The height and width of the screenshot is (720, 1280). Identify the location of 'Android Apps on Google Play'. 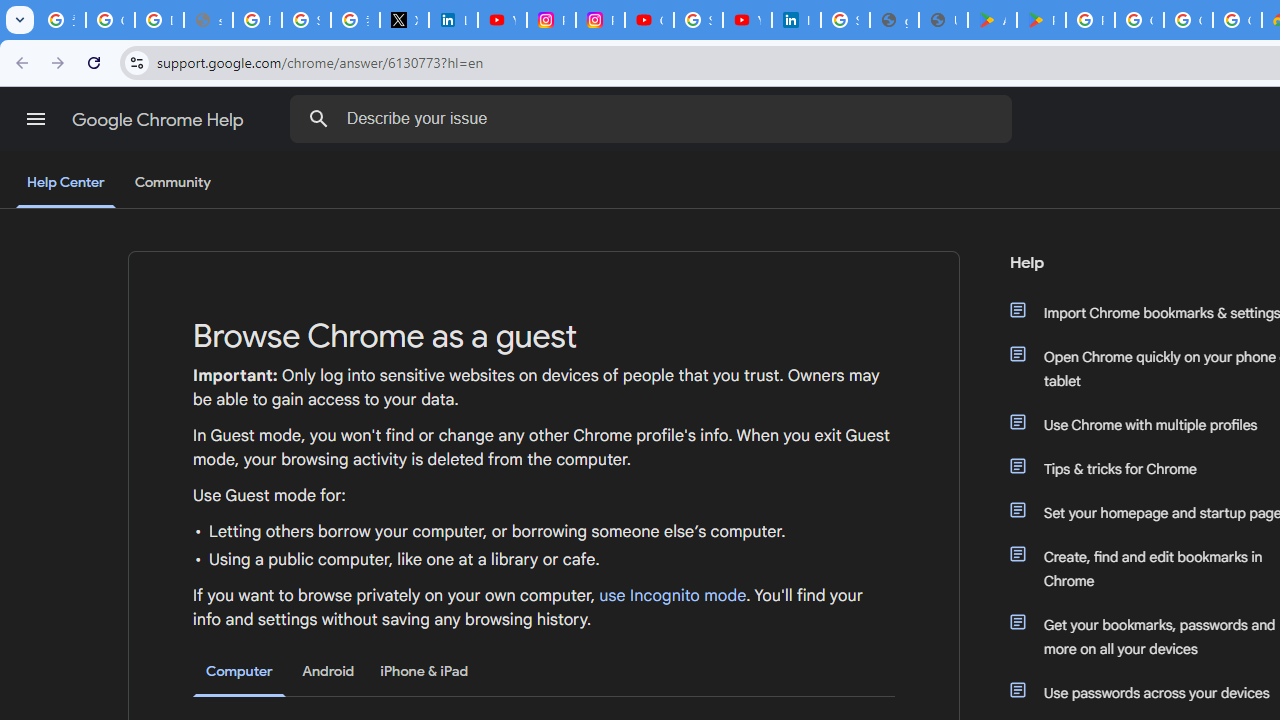
(992, 20).